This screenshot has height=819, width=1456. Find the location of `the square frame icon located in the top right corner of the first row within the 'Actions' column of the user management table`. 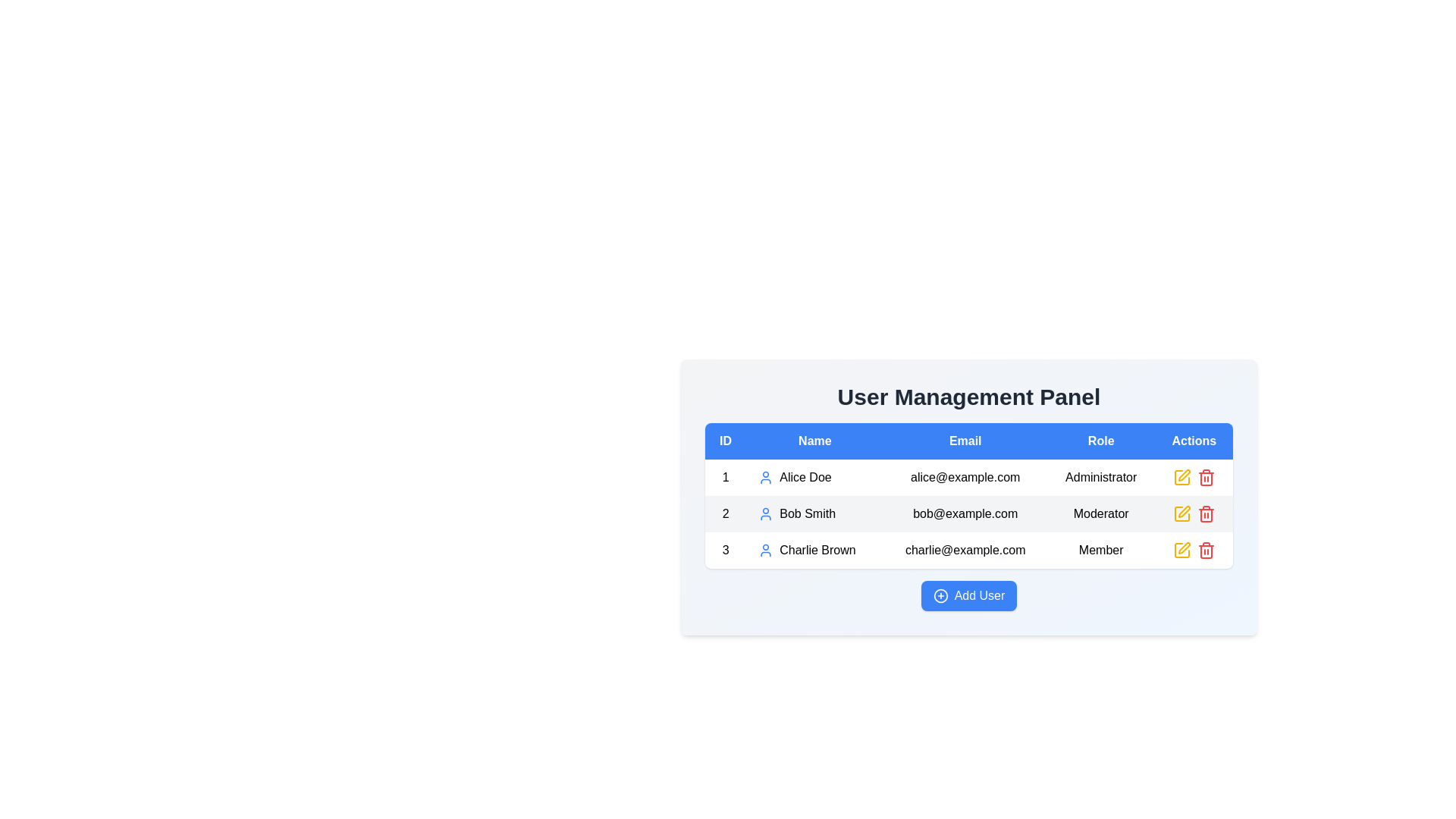

the square frame icon located in the top right corner of the first row within the 'Actions' column of the user management table is located at coordinates (1181, 476).